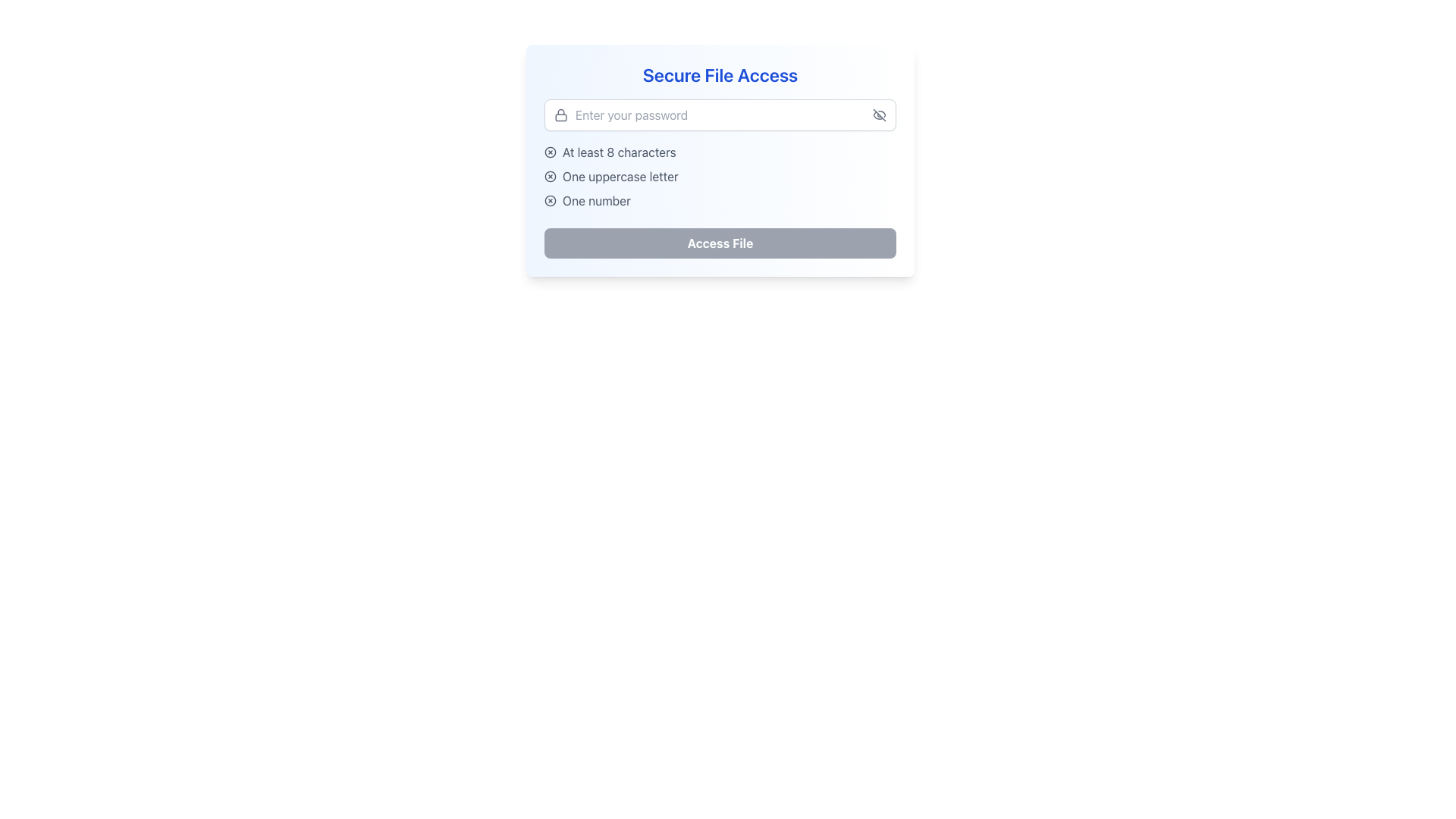 This screenshot has width=1456, height=819. Describe the element at coordinates (720, 242) in the screenshot. I see `the Disabled Button located beneath the password instructions in the 'Secure File Access' section` at that location.